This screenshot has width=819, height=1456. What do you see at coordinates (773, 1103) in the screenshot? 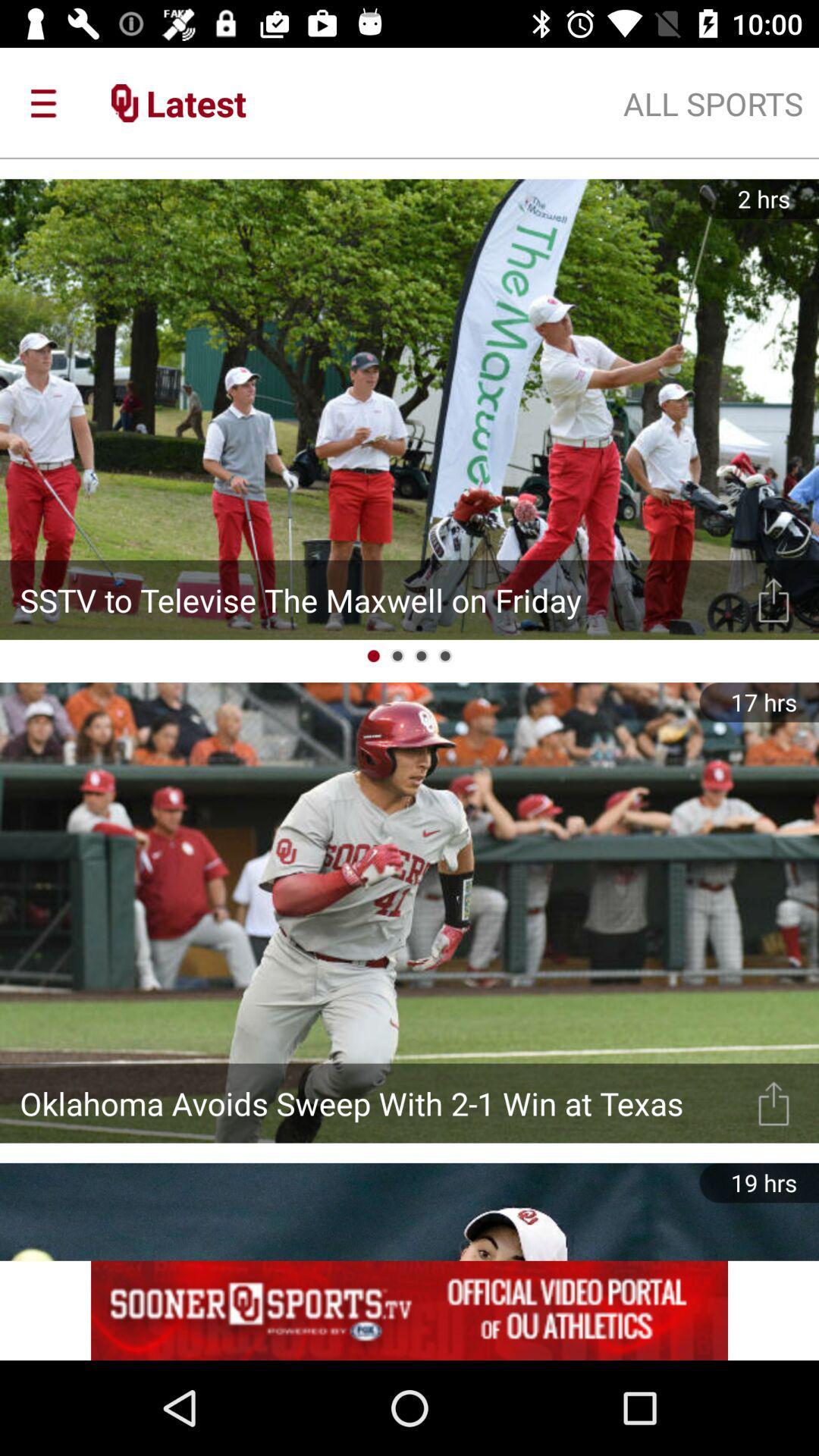
I see `upload file` at bounding box center [773, 1103].